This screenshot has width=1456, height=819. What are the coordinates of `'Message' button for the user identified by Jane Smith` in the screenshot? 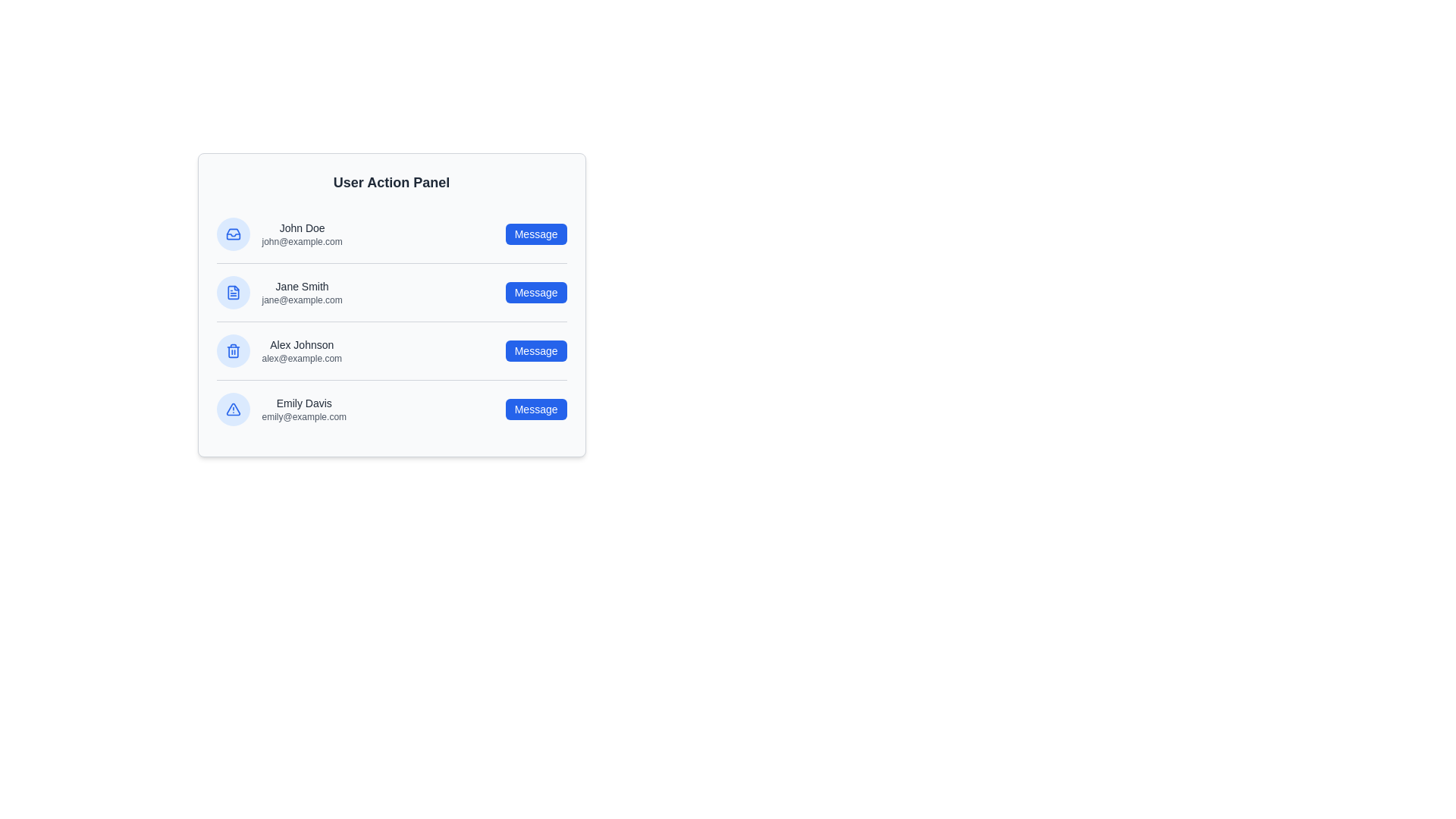 It's located at (536, 292).